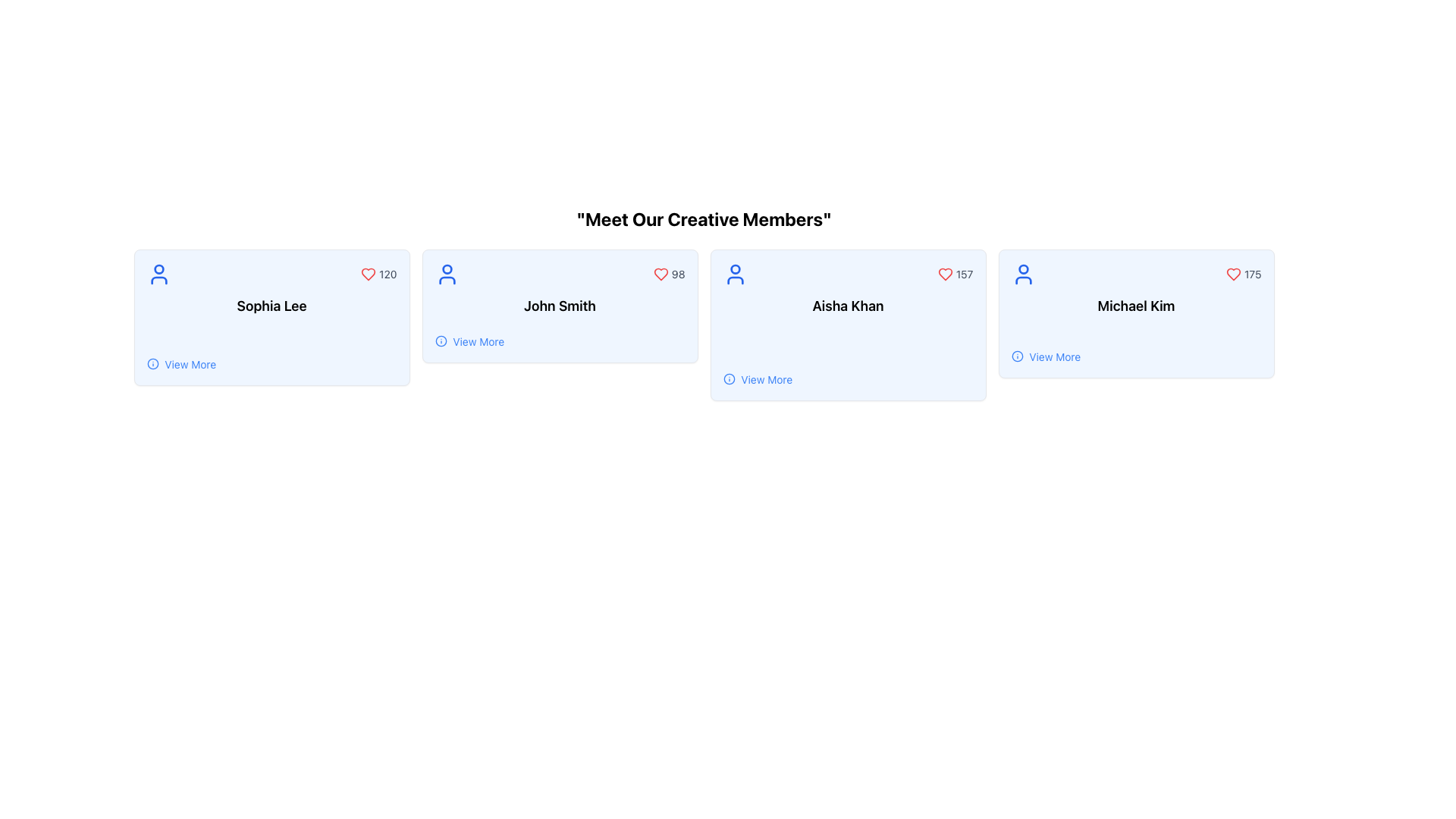 The height and width of the screenshot is (819, 1456). What do you see at coordinates (152, 363) in the screenshot?
I see `the circular information icon with a blue outline, located to the left of the 'View More' text for accessibility navigation` at bounding box center [152, 363].